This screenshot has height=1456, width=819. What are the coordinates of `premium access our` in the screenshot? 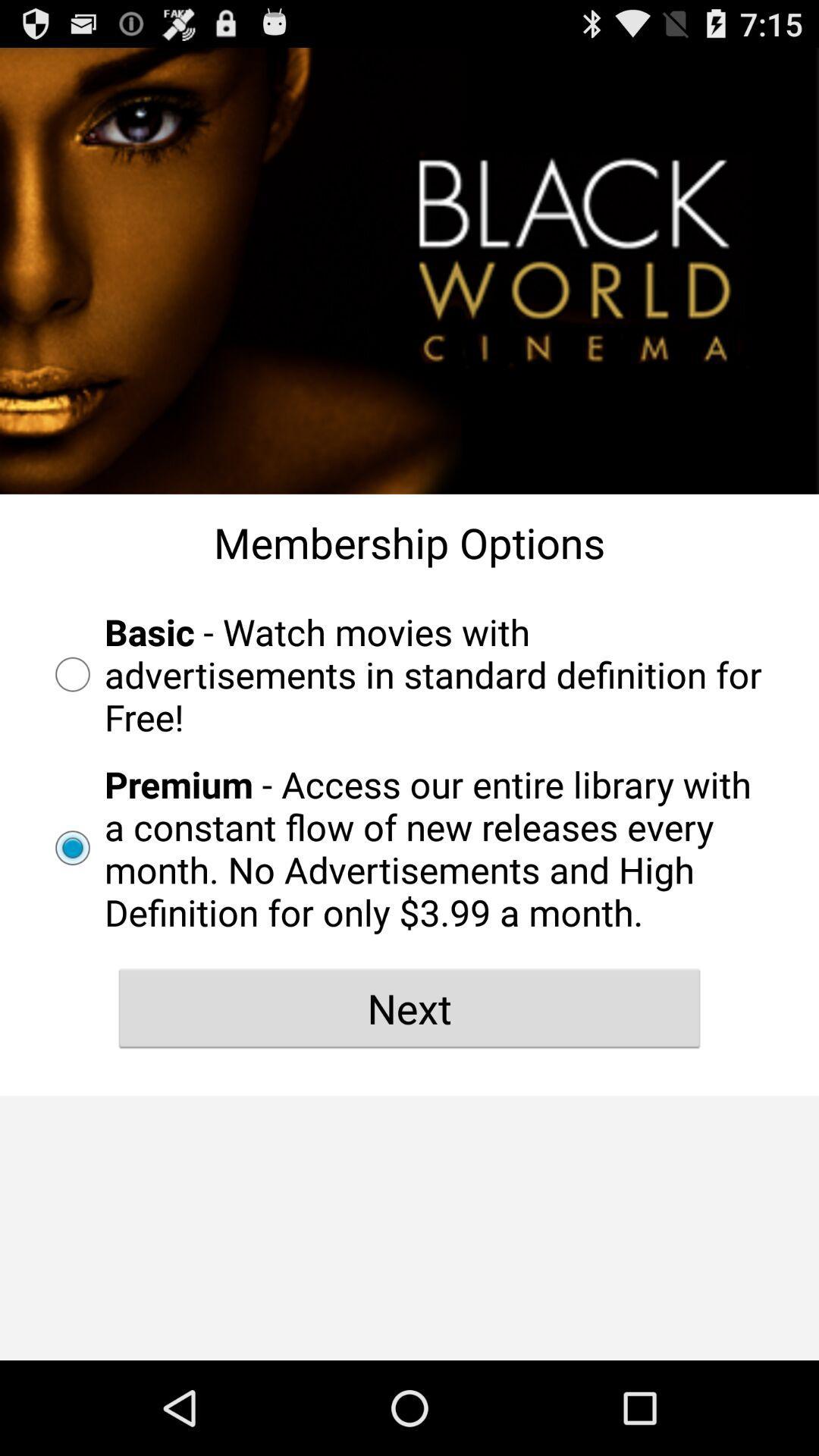 It's located at (409, 847).